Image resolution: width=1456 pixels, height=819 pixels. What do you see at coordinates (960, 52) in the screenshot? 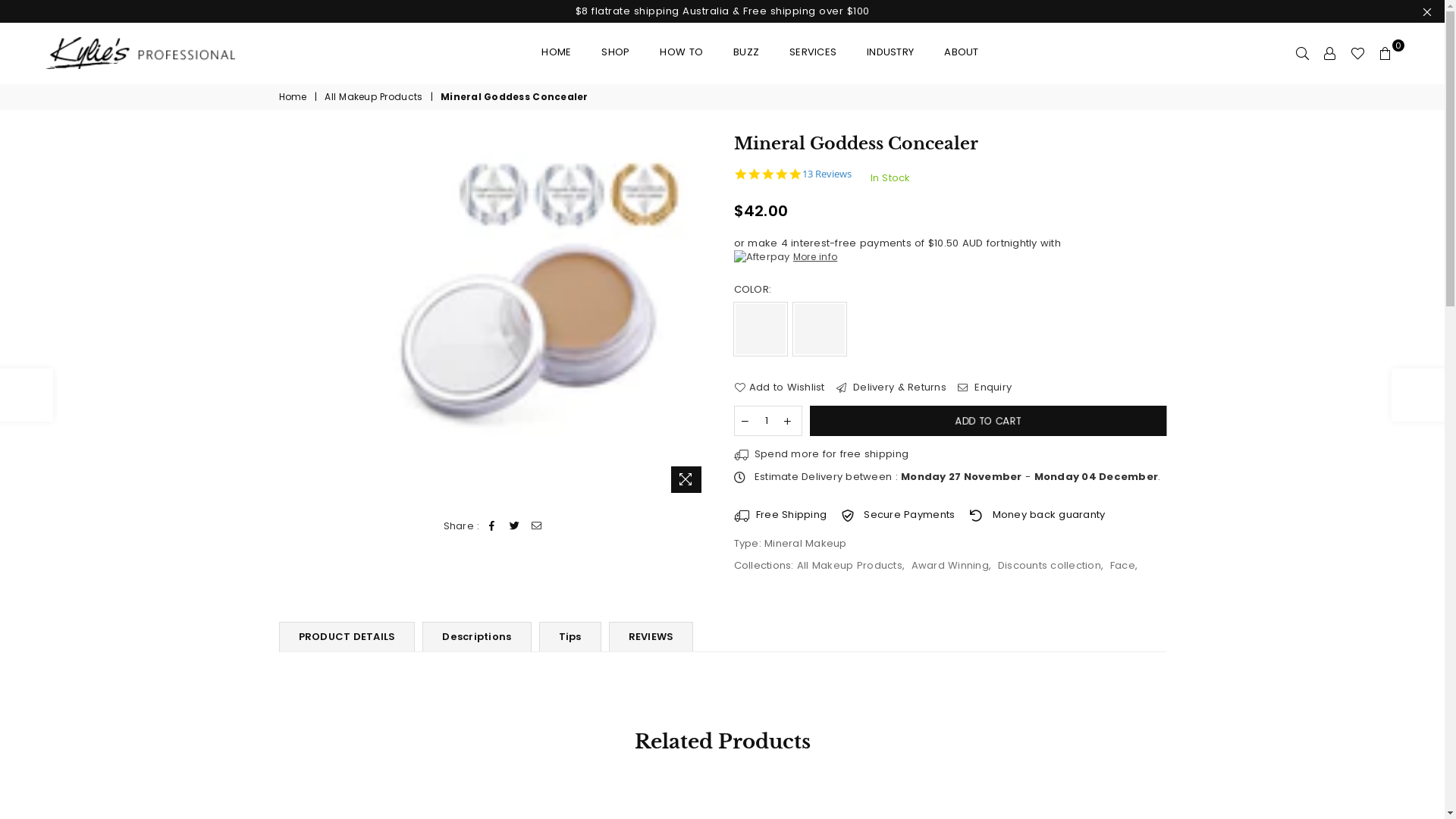
I see `'ABOUT'` at bounding box center [960, 52].